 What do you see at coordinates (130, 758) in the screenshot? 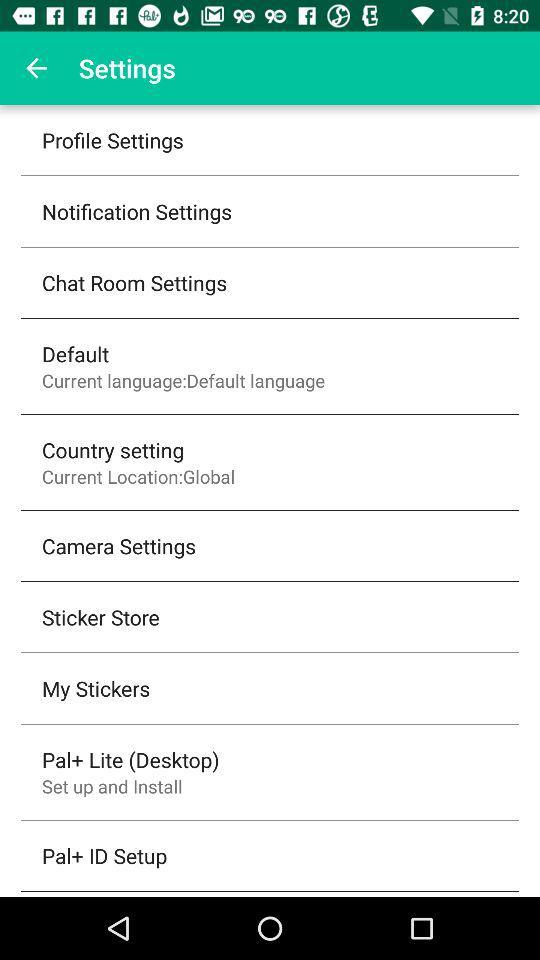
I see `the item below the my stickers item` at bounding box center [130, 758].